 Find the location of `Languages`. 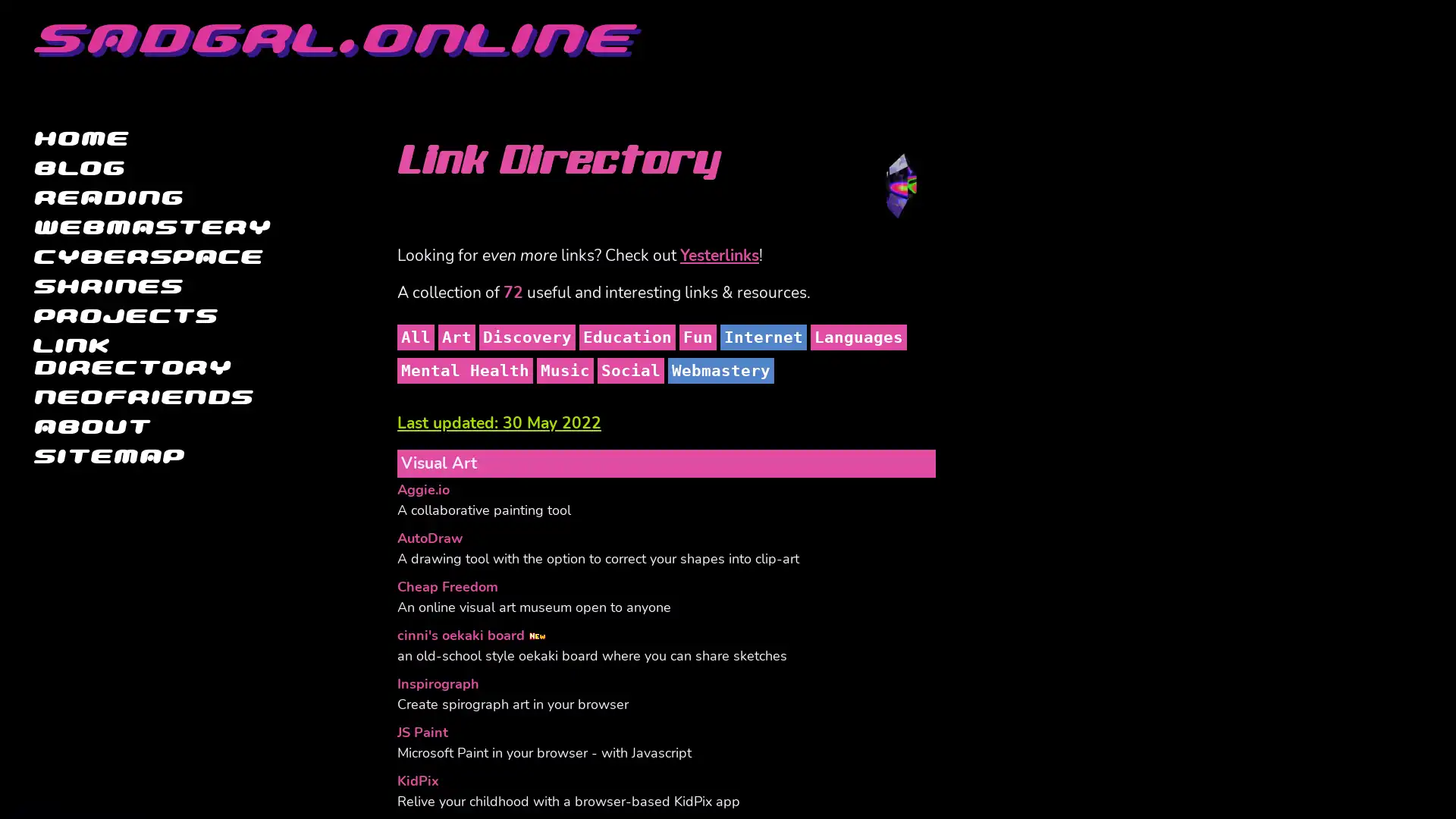

Languages is located at coordinates (858, 335).